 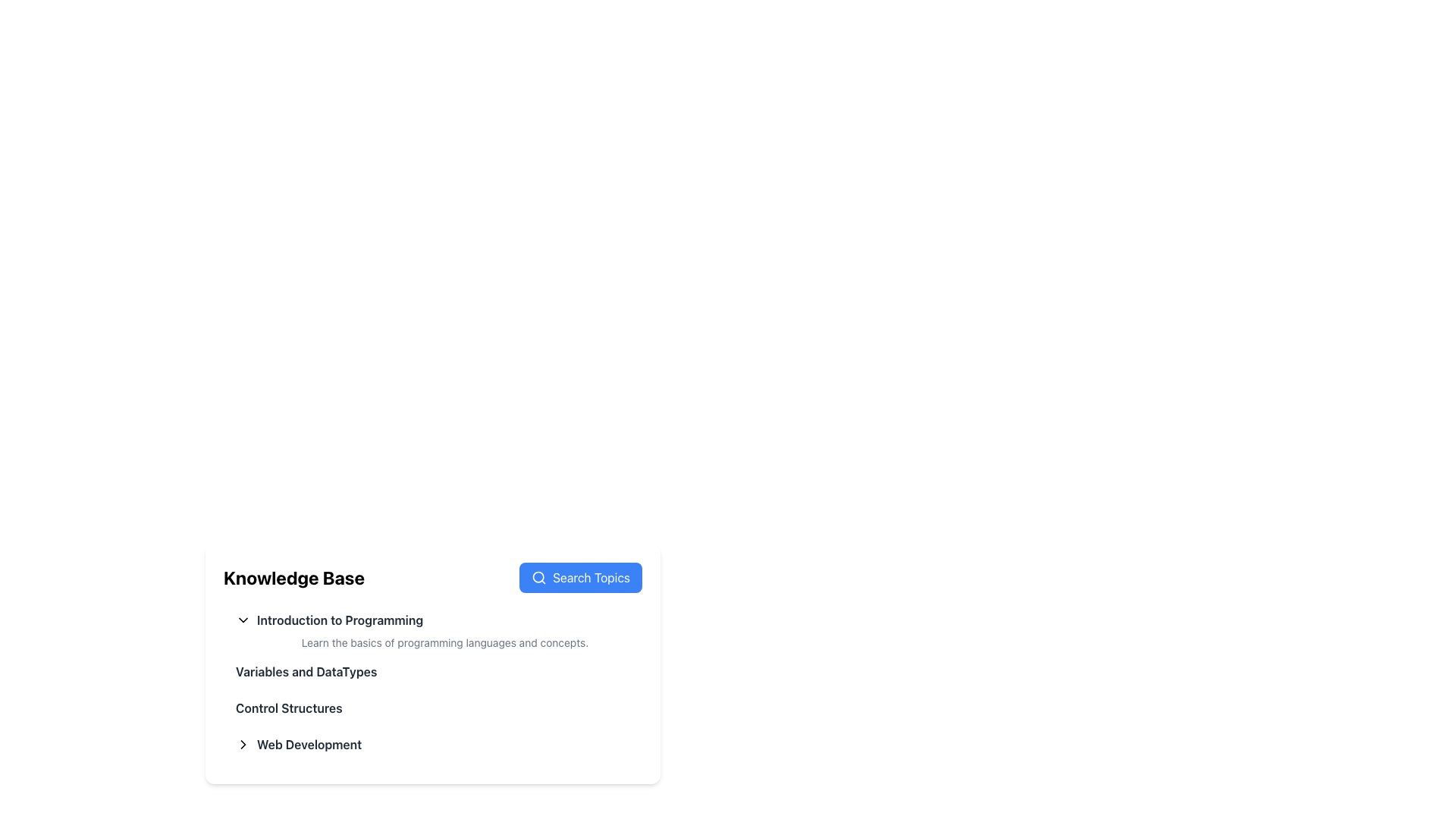 I want to click on the rightward-pointing chevron icon located to the left of the 'Web Development' text, so click(x=243, y=744).